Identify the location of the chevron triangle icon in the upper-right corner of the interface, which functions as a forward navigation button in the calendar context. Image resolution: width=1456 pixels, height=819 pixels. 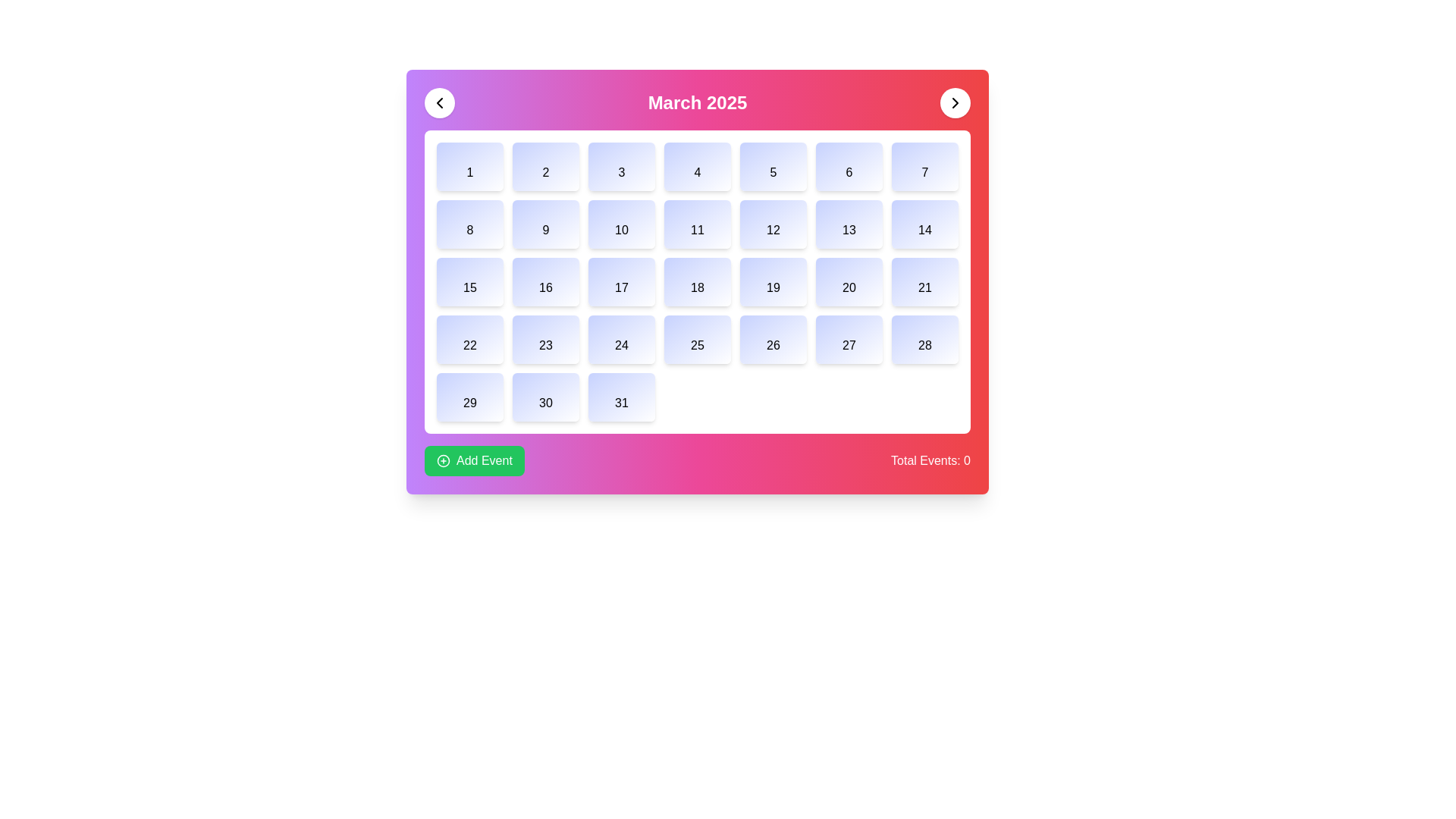
(954, 102).